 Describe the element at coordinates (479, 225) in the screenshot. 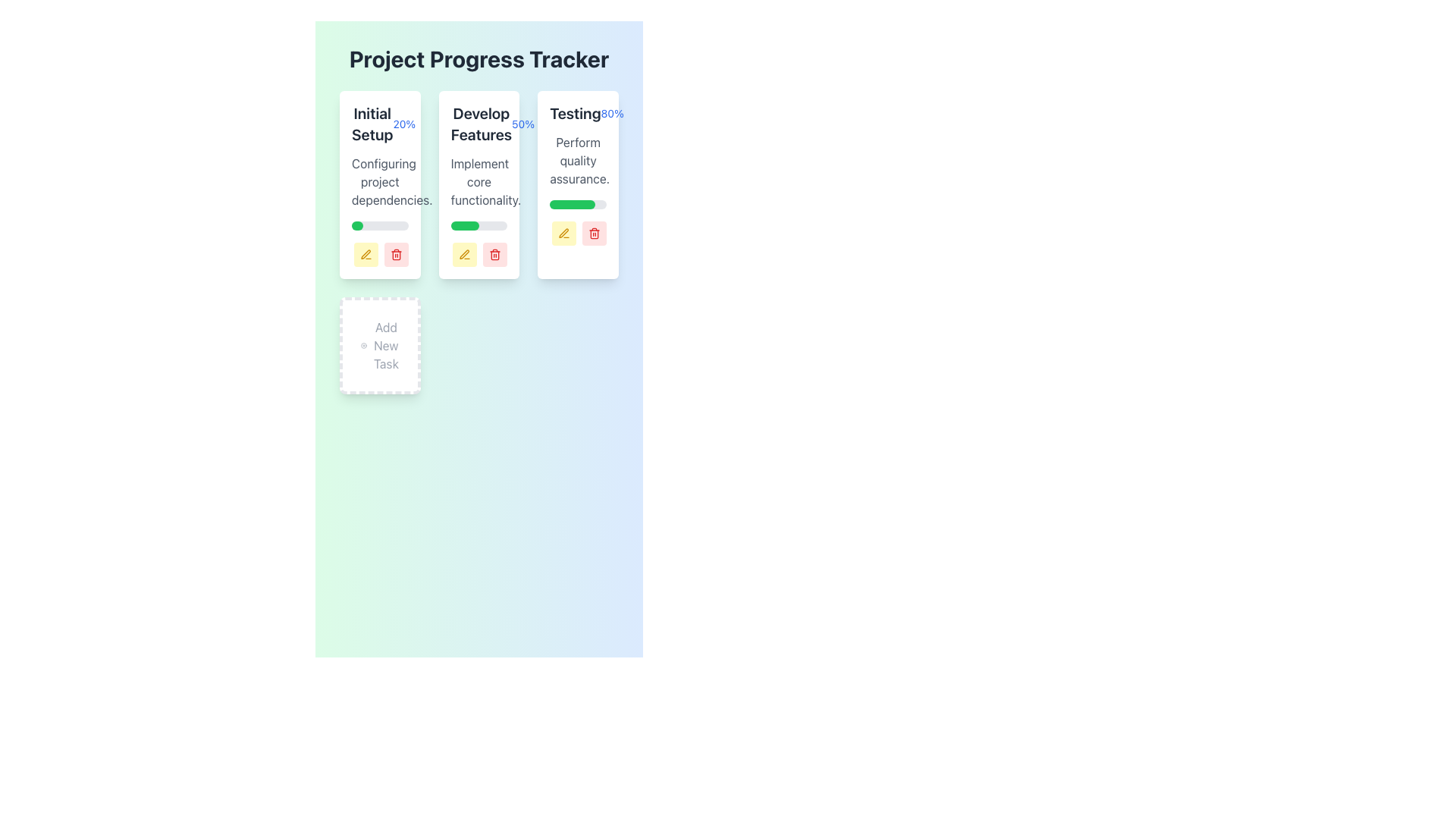

I see `the progress bar located at the bottom of the 'Develop Features' card, which visually represents the completion percentage of a task` at that location.